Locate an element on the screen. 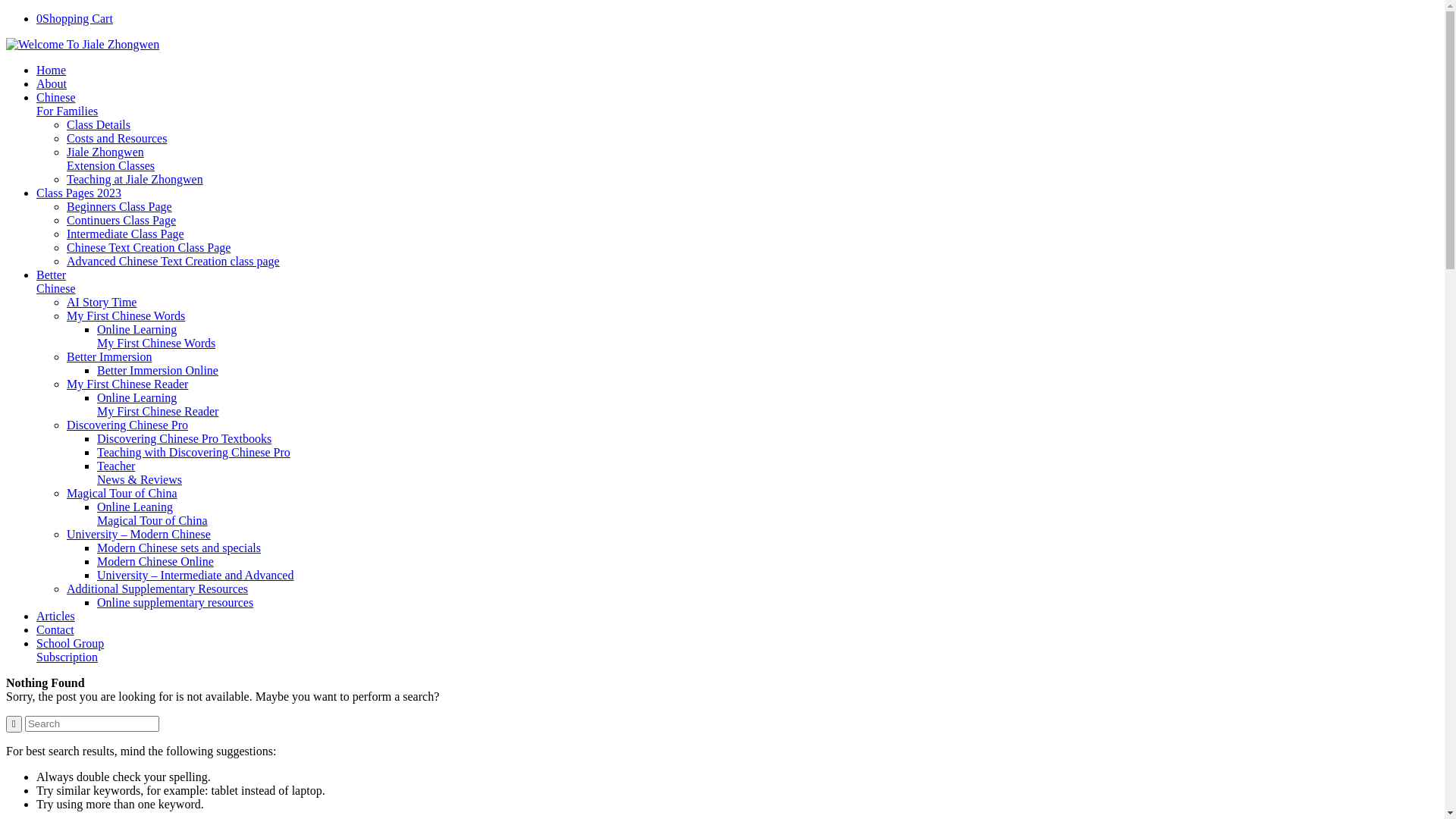 The image size is (1456, 819). 'My First Chinese Reader' is located at coordinates (127, 383).